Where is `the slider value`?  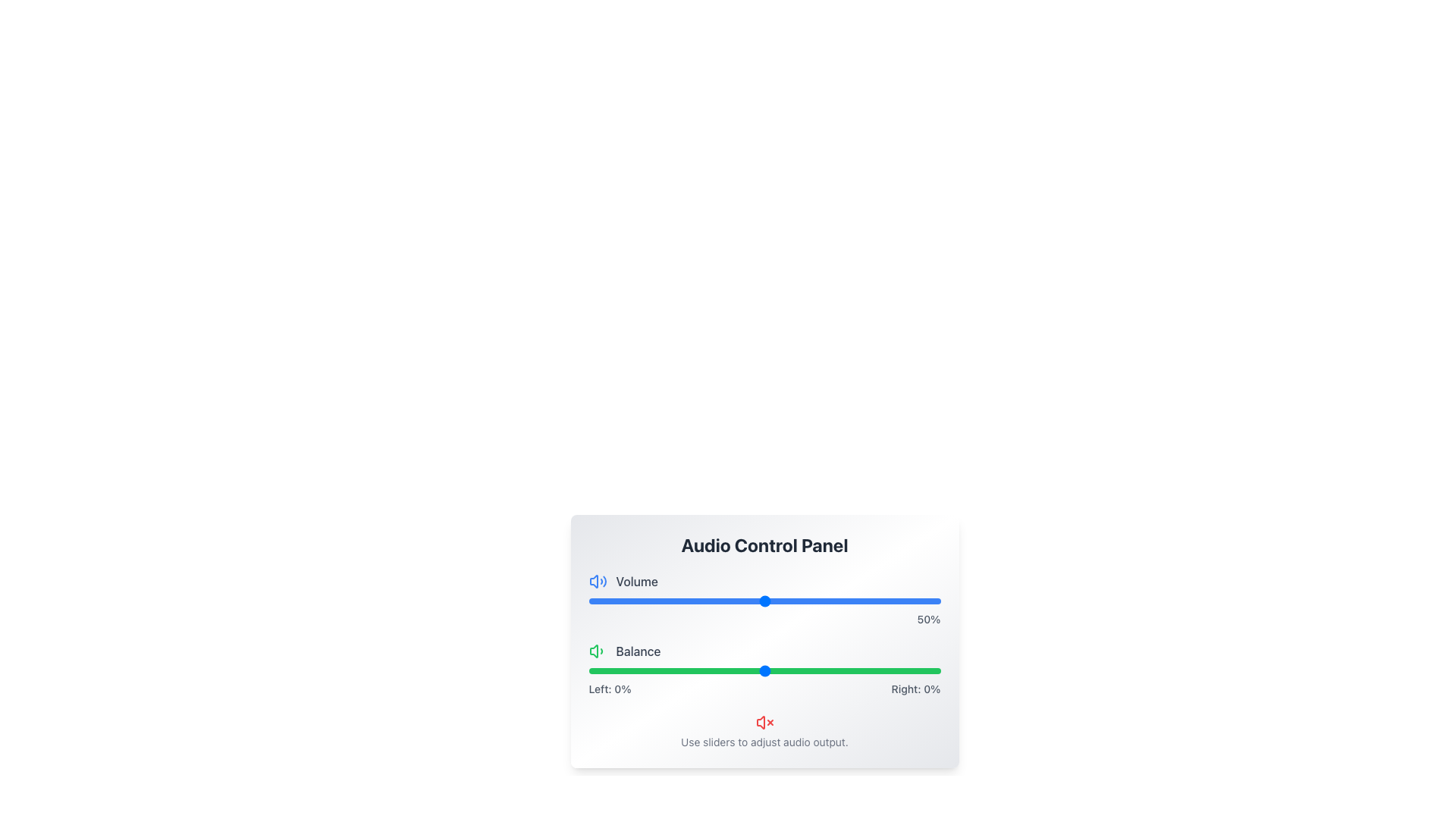
the slider value is located at coordinates (739, 601).